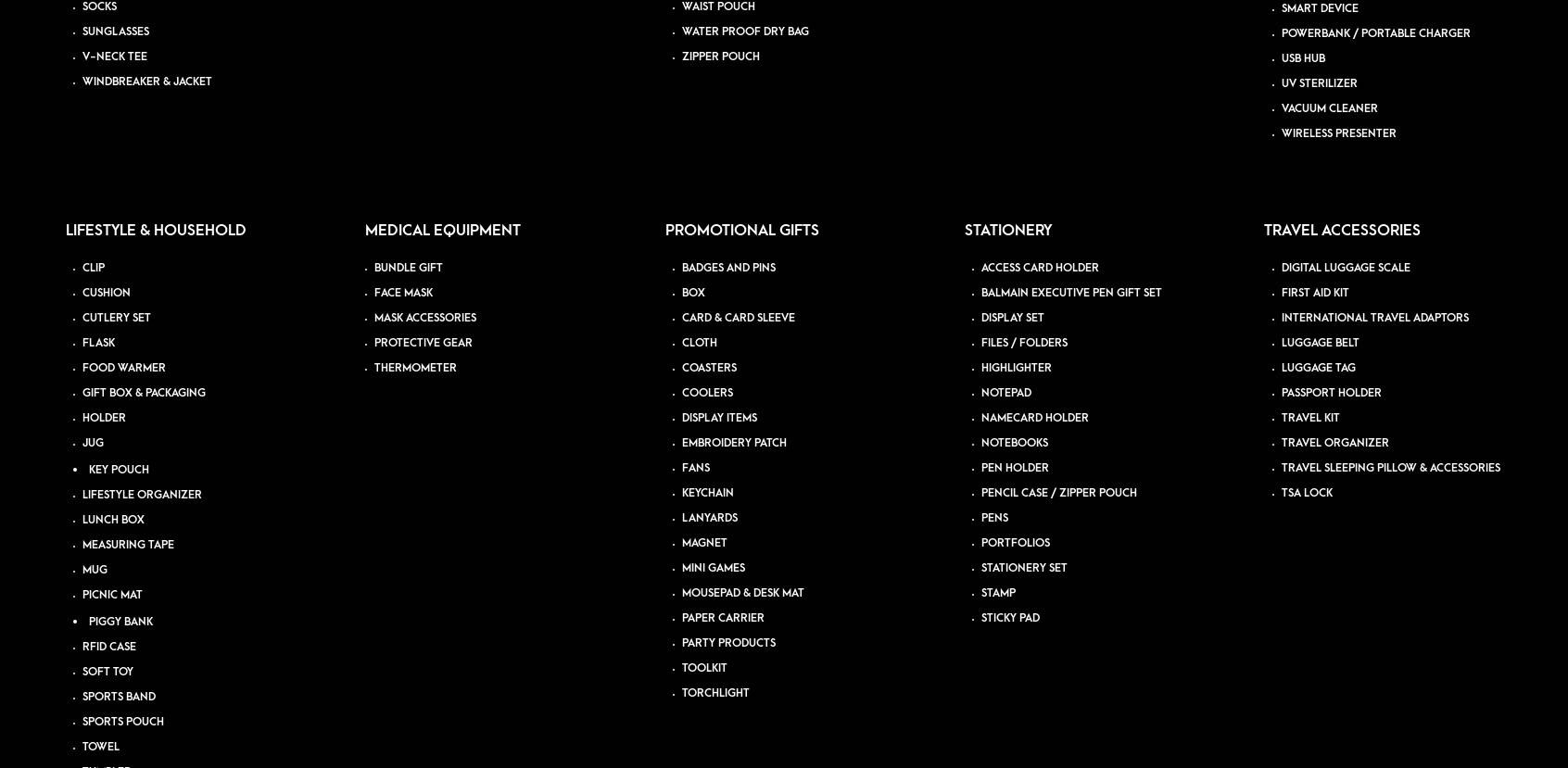 The height and width of the screenshot is (768, 1568). What do you see at coordinates (178, 29) in the screenshot?
I see `'Corporate Gifting Trends: What’s In and What’s Out in the Business World'` at bounding box center [178, 29].